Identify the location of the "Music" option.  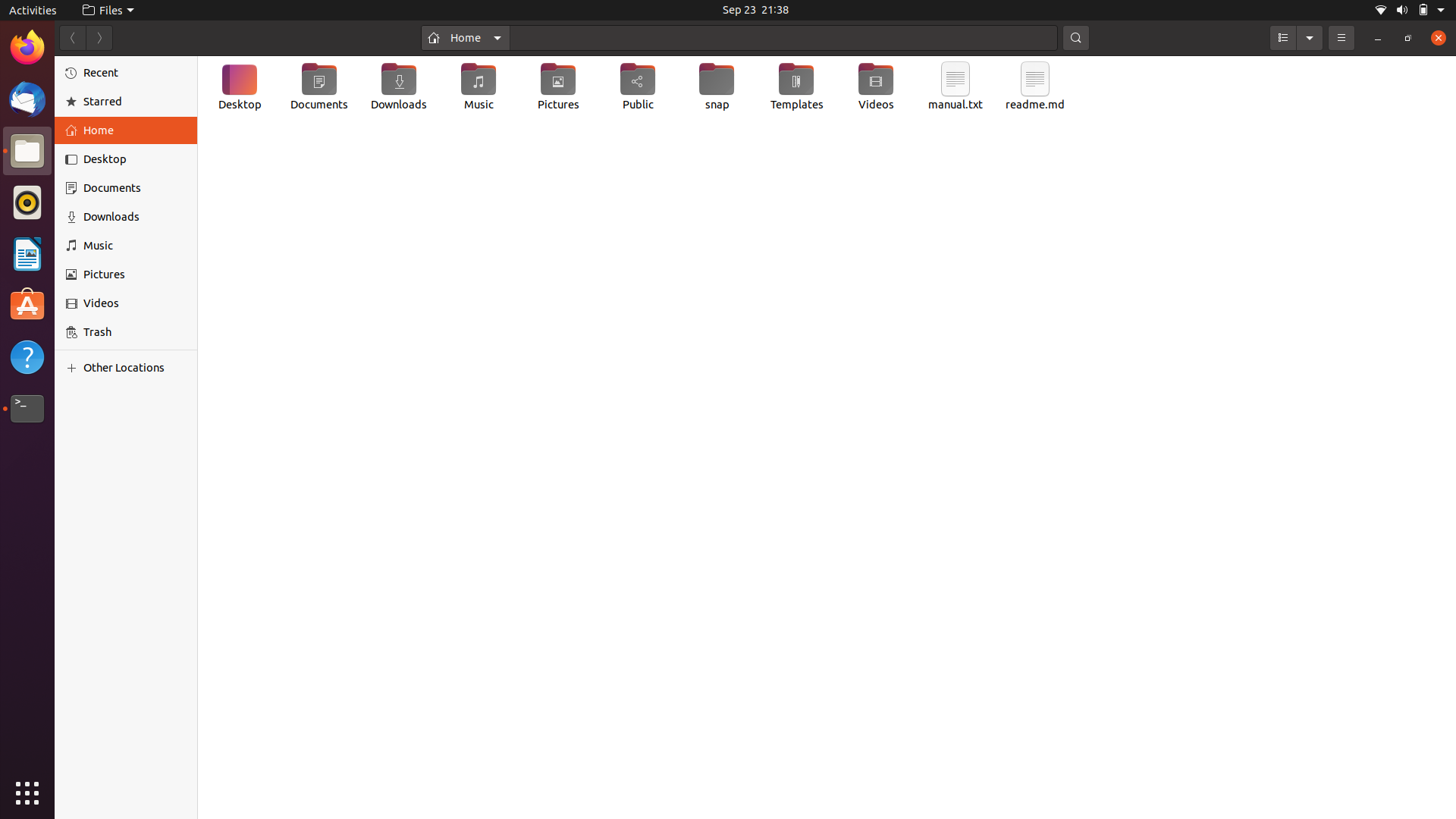
(128, 245).